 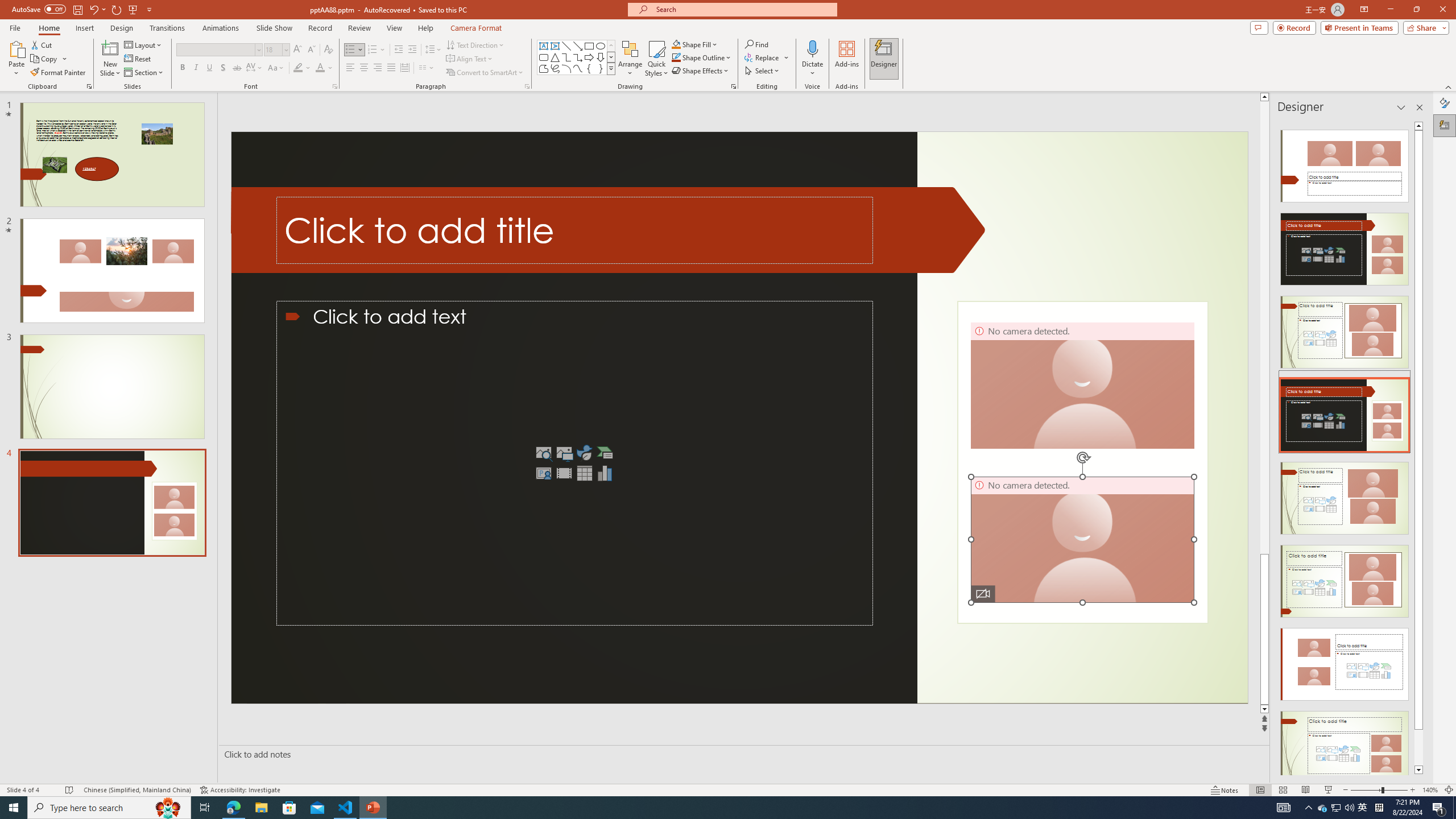 I want to click on 'Text Highlight Color', so click(x=301, y=67).